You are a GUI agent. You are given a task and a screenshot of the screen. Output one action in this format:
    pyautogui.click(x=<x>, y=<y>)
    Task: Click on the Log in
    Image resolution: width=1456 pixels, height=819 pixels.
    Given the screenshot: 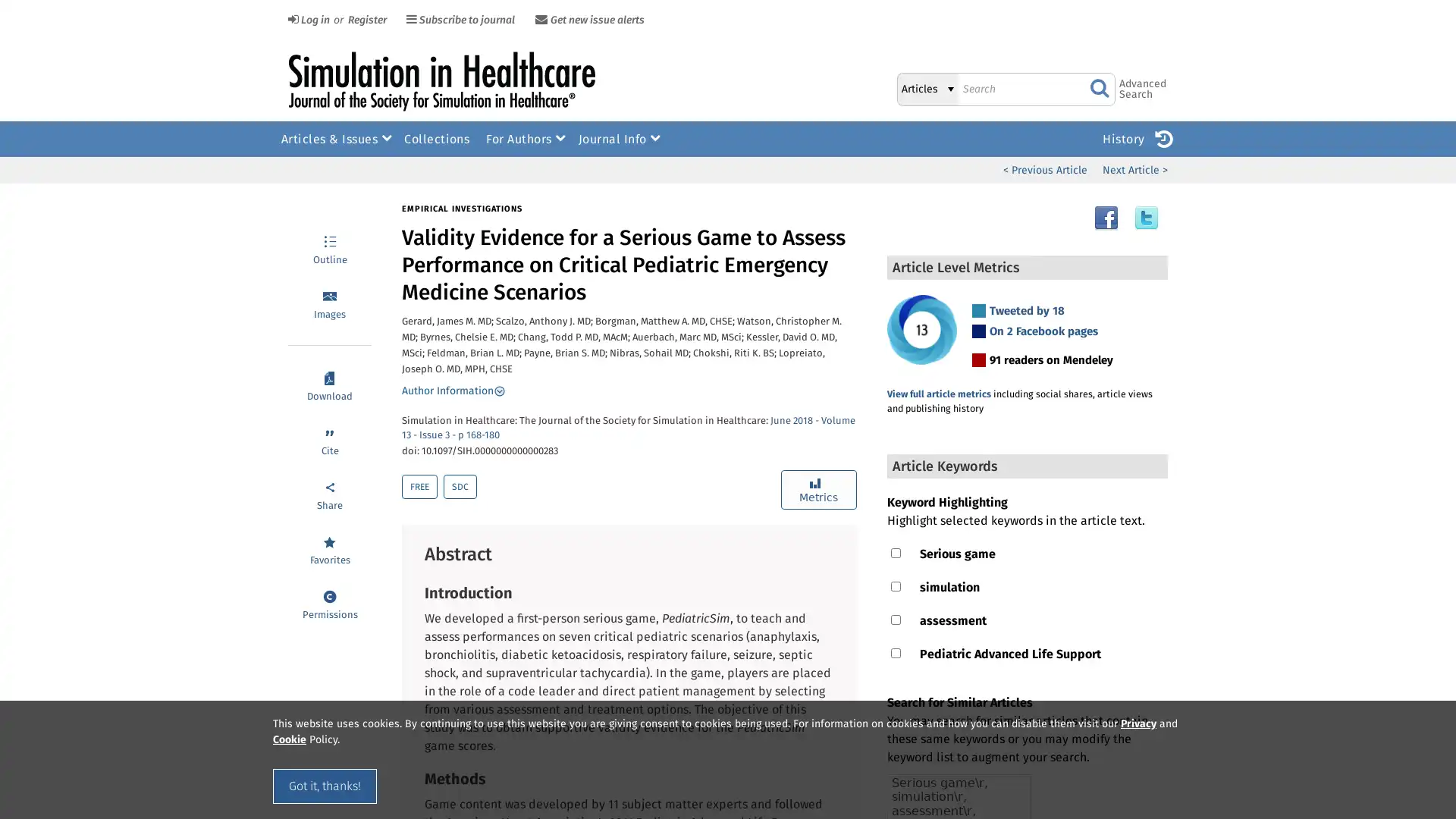 What is the action you would take?
    pyautogui.click(x=307, y=20)
    